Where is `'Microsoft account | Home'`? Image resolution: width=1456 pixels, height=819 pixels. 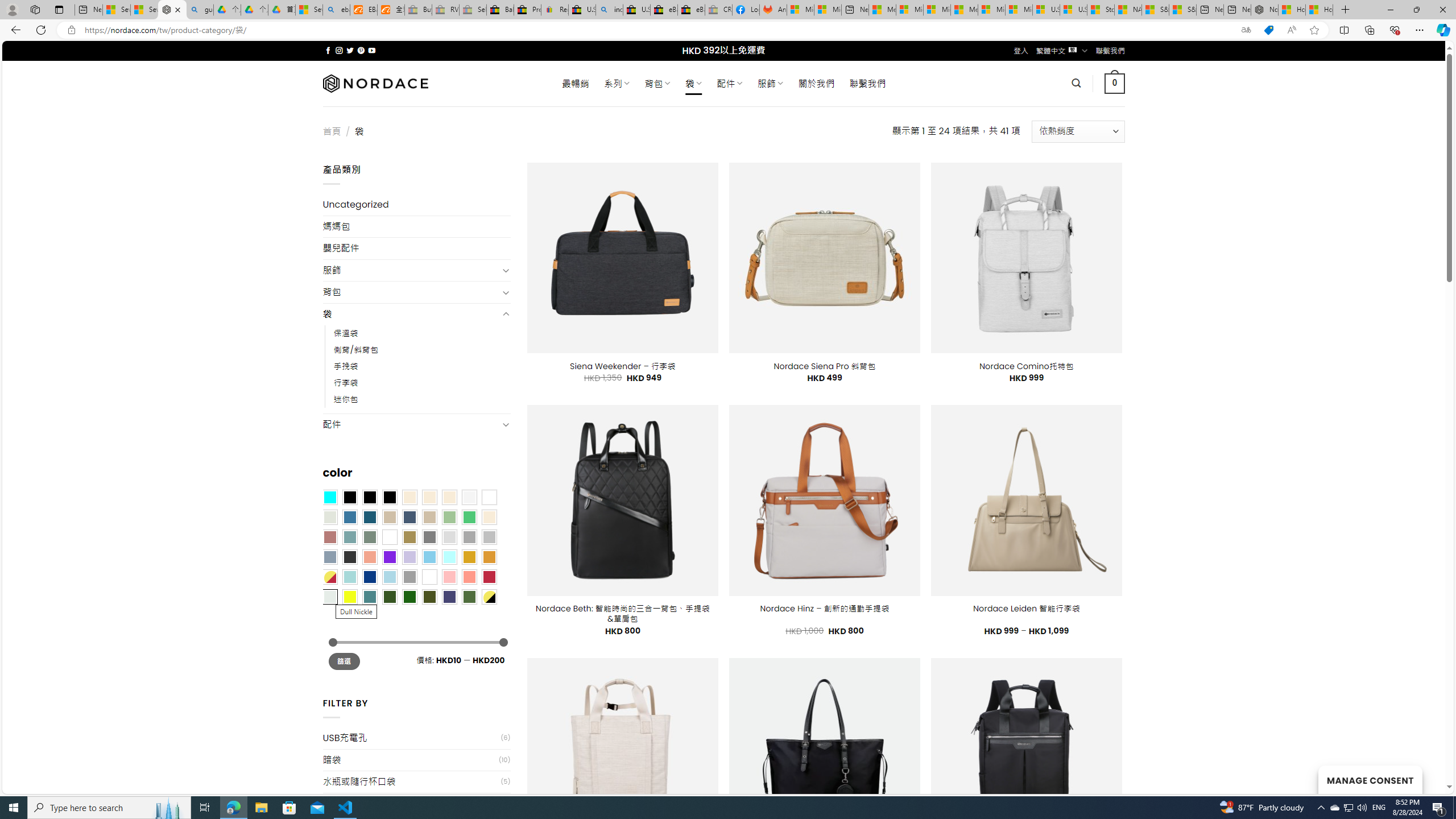 'Microsoft account | Home' is located at coordinates (936, 9).